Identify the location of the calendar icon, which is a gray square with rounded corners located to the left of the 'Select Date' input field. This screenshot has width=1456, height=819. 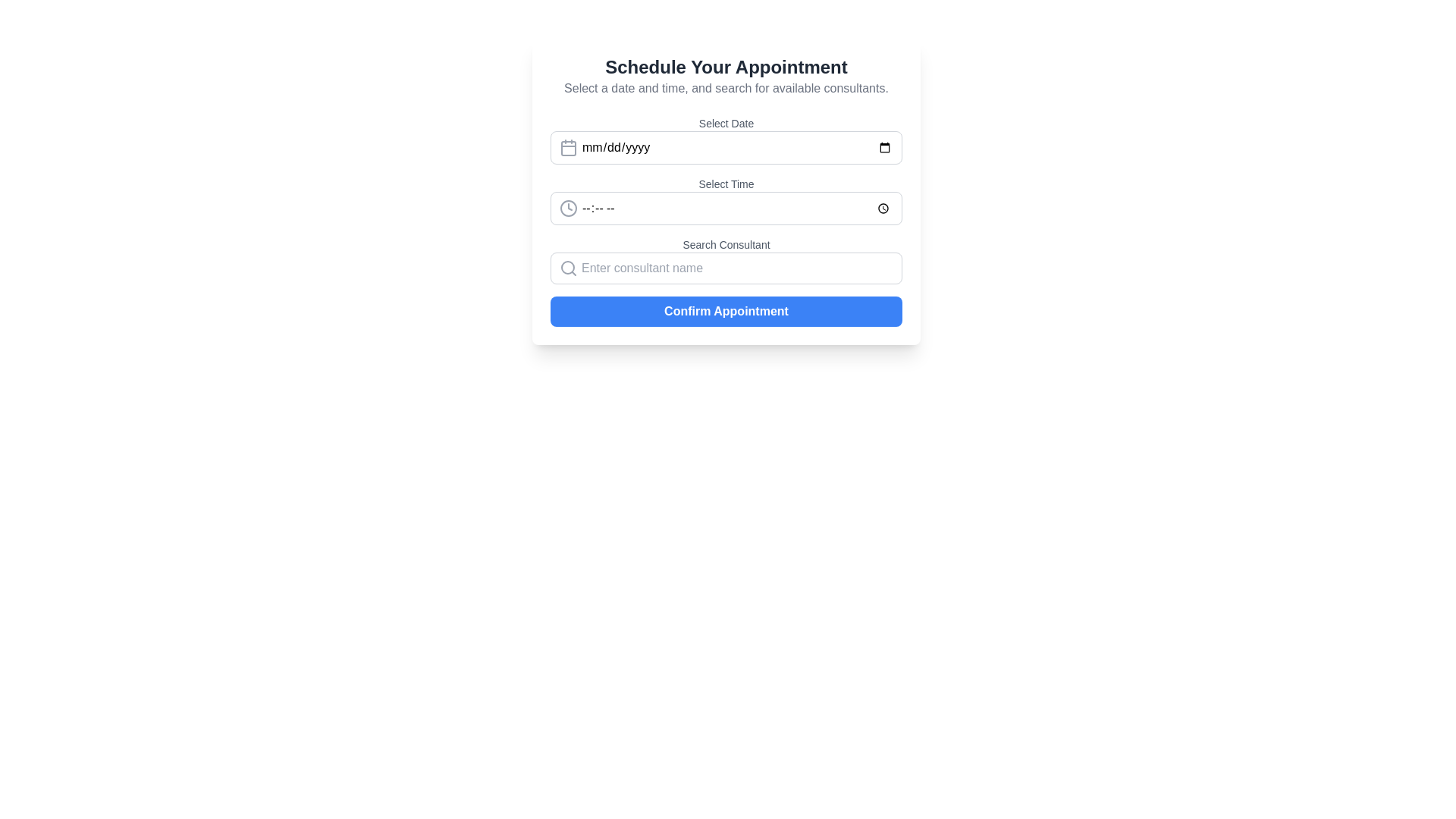
(567, 148).